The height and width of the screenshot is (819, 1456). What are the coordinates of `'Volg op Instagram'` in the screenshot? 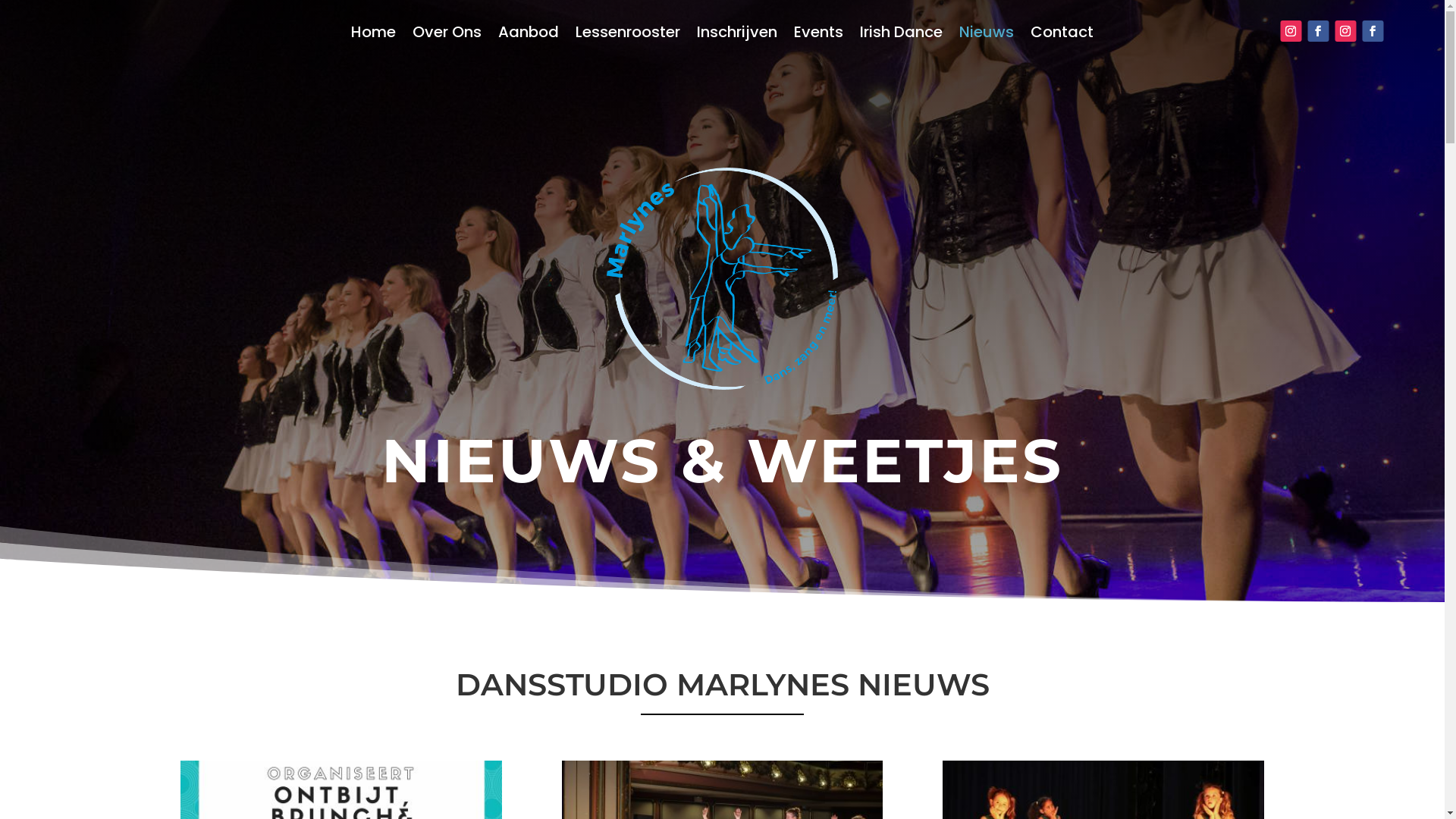 It's located at (1345, 31).